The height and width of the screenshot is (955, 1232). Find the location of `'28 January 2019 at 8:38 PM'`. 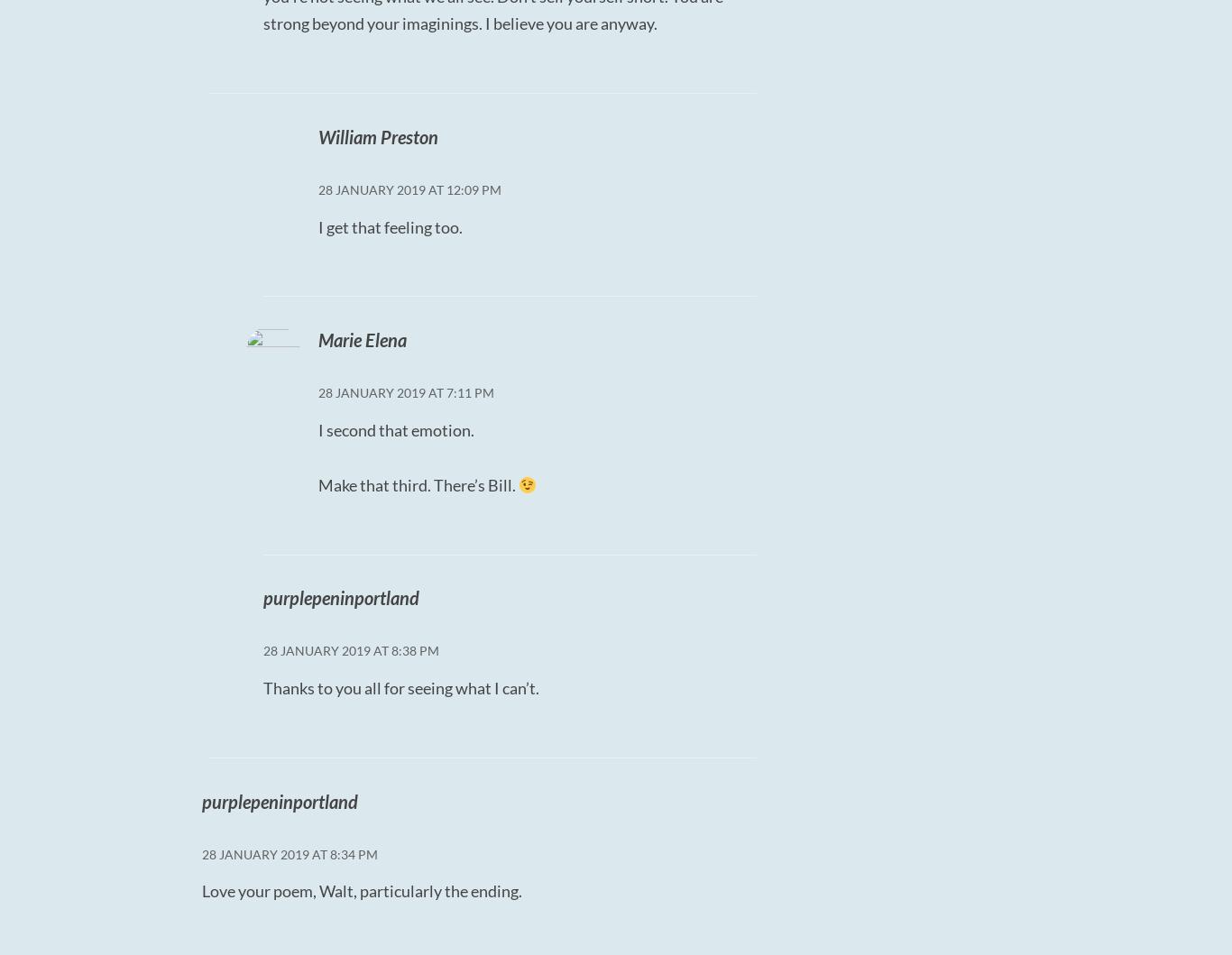

'28 January 2019 at 8:38 PM' is located at coordinates (349, 650).